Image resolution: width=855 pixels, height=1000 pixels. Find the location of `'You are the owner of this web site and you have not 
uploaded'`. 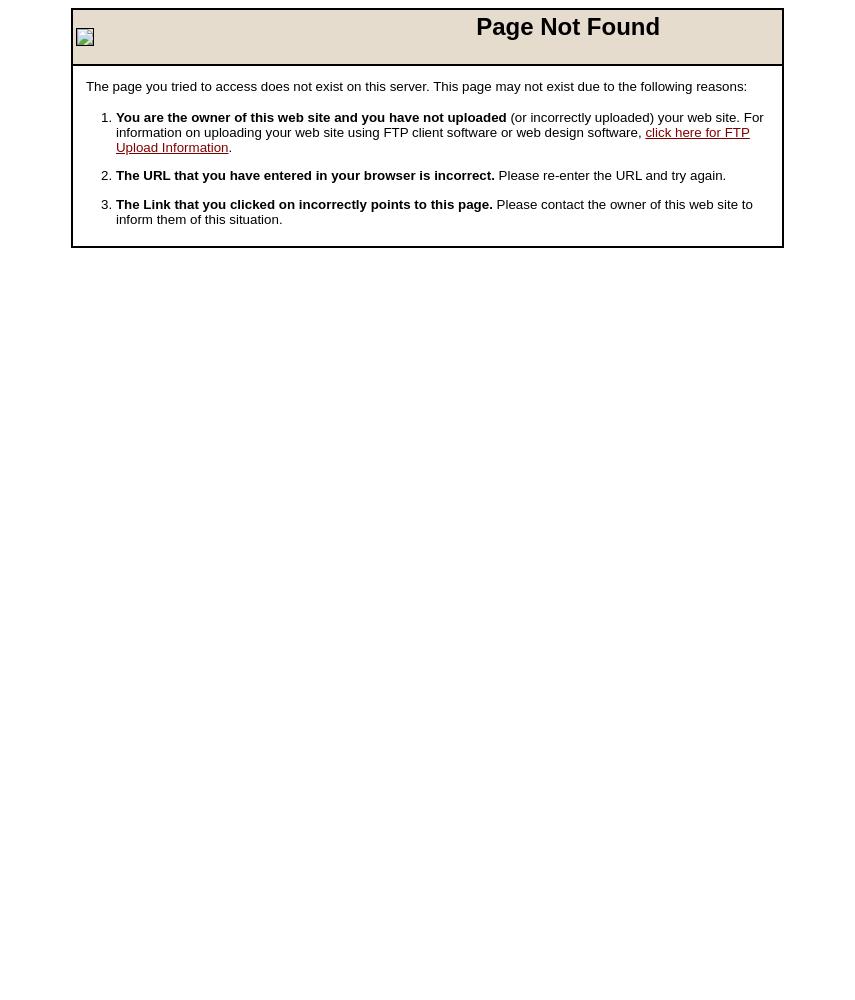

'You are the owner of this web site and you have not 
uploaded' is located at coordinates (309, 115).